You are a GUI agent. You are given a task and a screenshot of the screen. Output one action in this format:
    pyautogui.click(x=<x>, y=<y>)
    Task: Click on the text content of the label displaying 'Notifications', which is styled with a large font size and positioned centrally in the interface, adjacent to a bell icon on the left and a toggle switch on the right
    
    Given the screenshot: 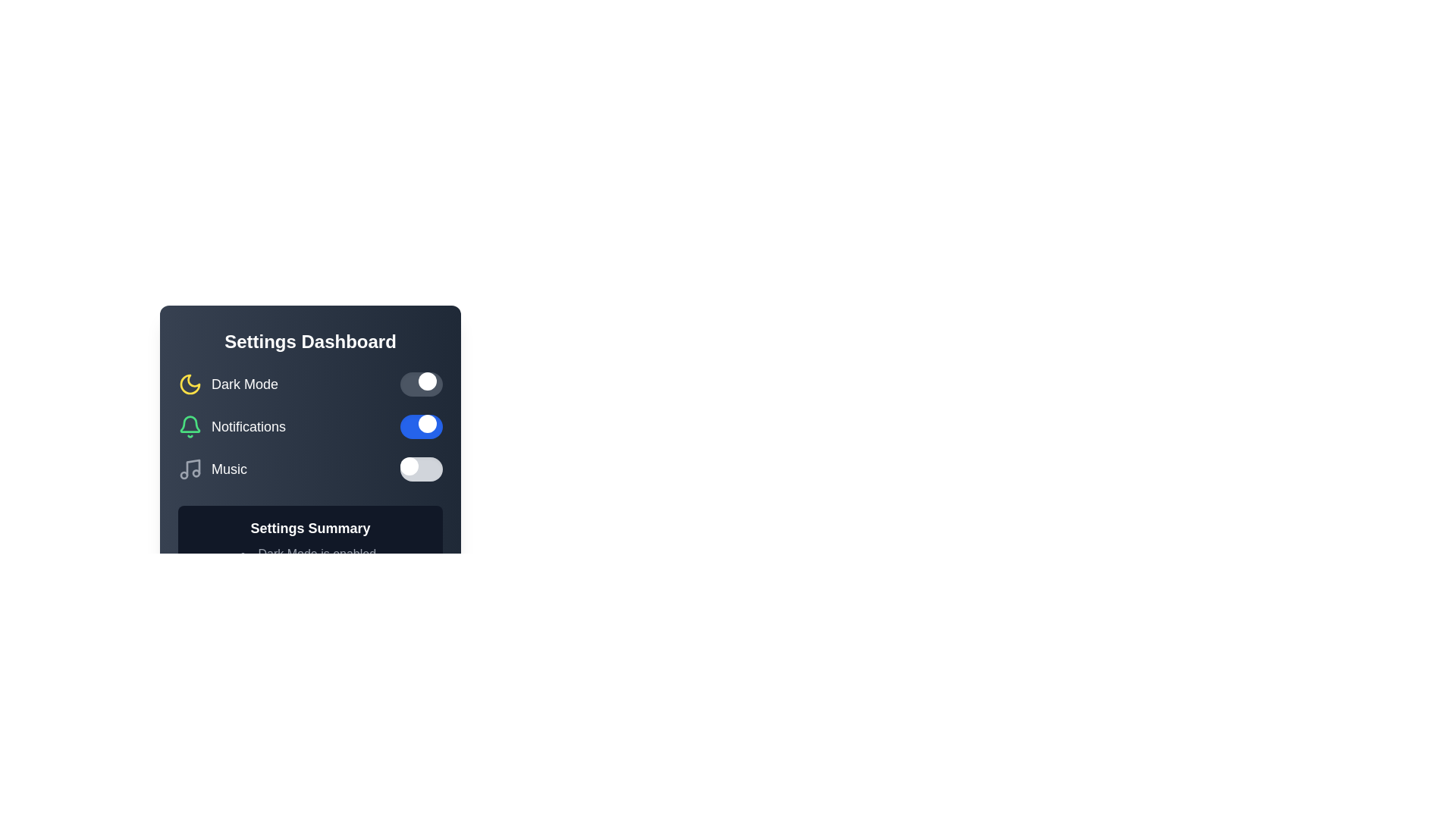 What is the action you would take?
    pyautogui.click(x=248, y=427)
    